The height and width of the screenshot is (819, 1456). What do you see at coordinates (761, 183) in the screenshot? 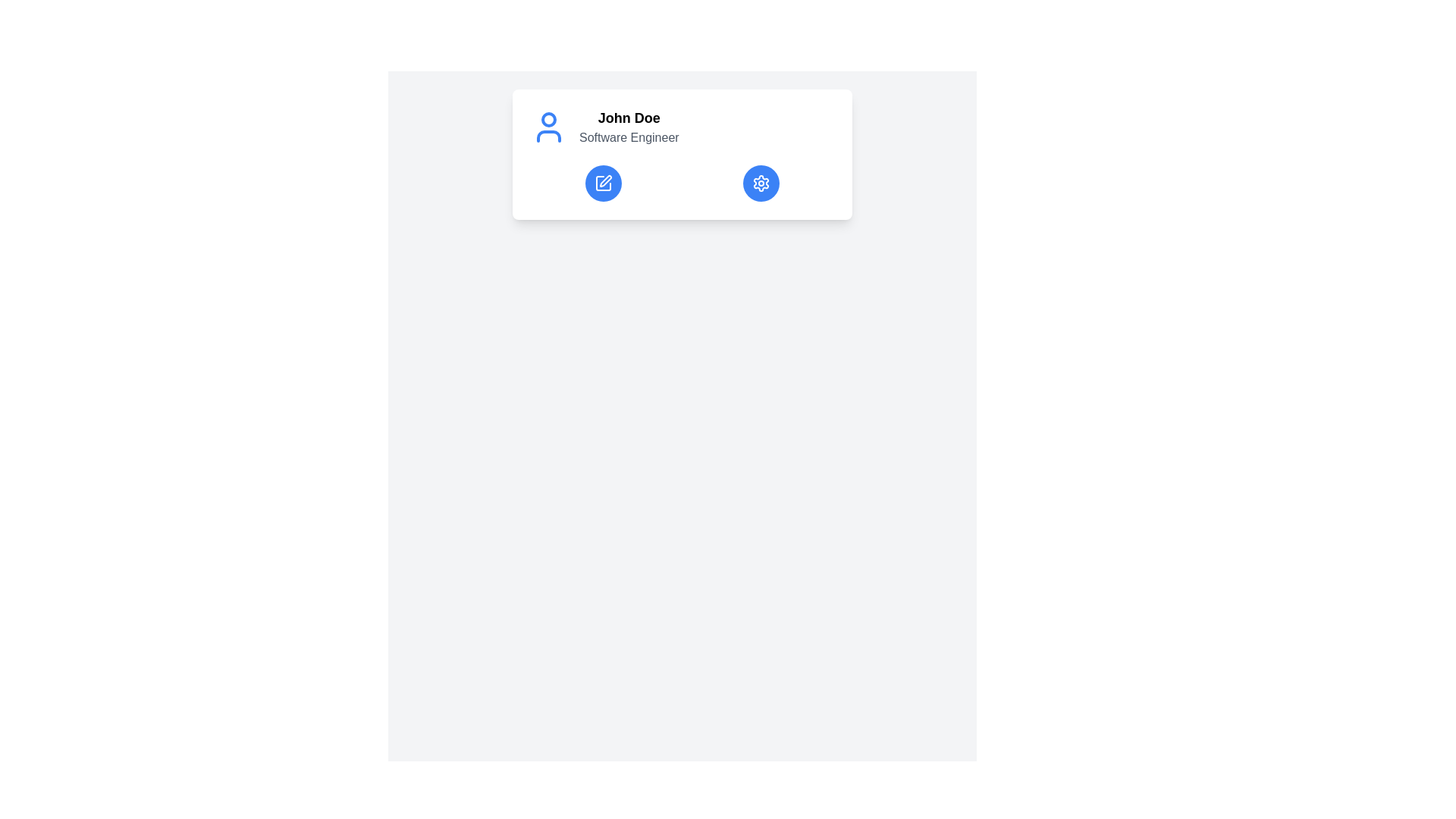
I see `the blue circular button with a gear icon located at the bottom-right of the user's profile card` at bounding box center [761, 183].